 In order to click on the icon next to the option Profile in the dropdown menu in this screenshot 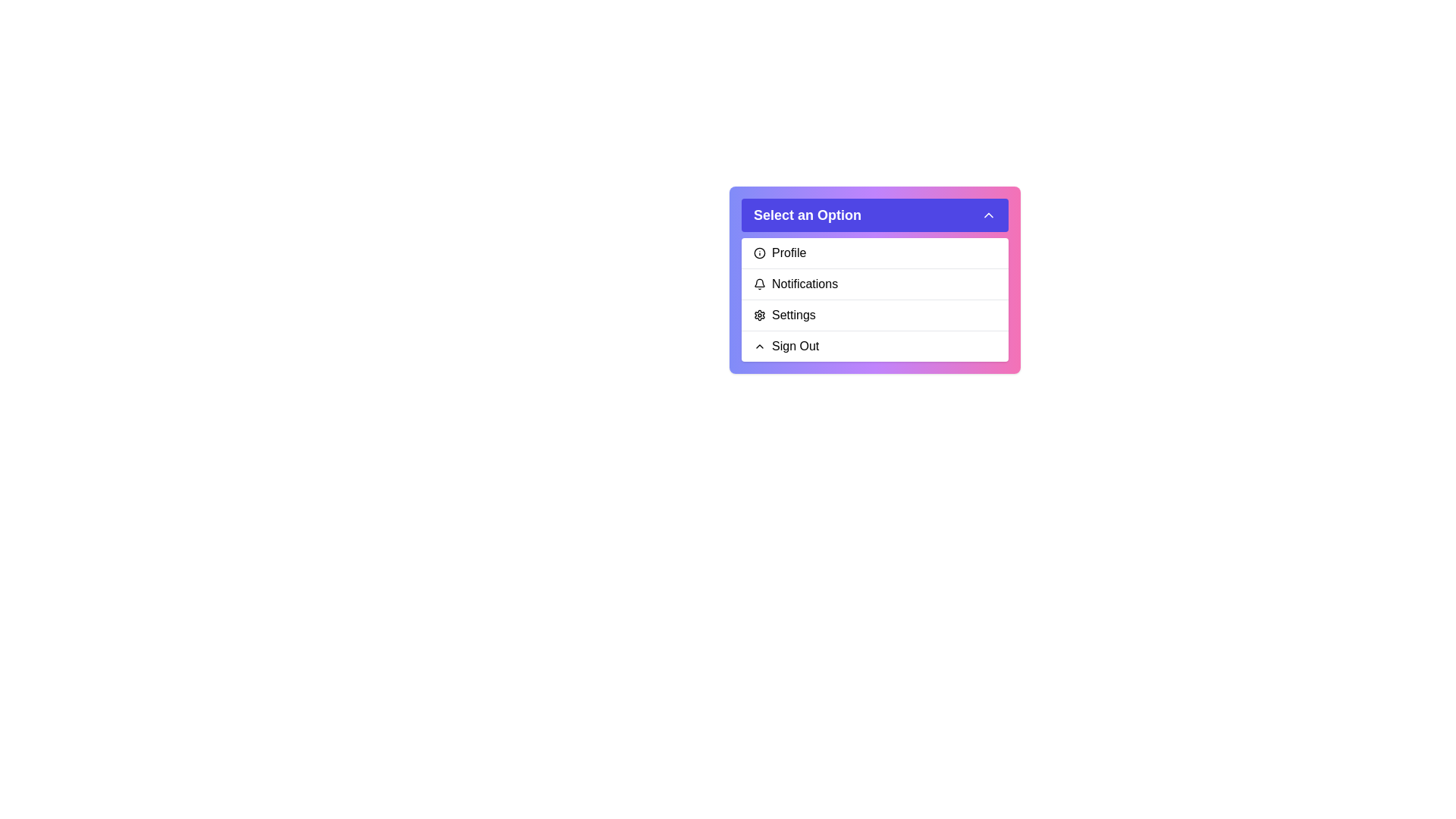, I will do `click(760, 253)`.